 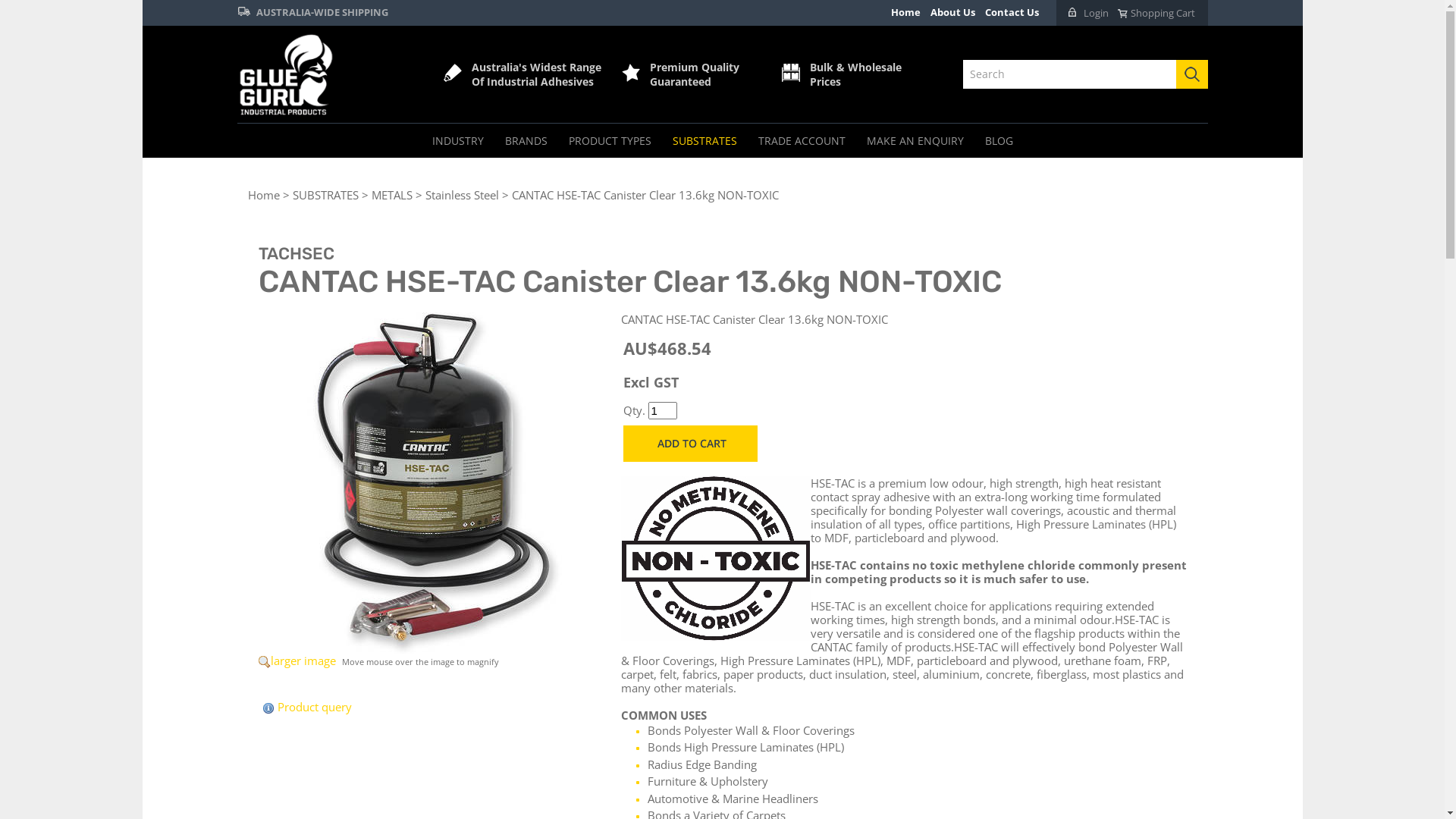 I want to click on 'TRADE ACCOUNT', so click(x=801, y=140).